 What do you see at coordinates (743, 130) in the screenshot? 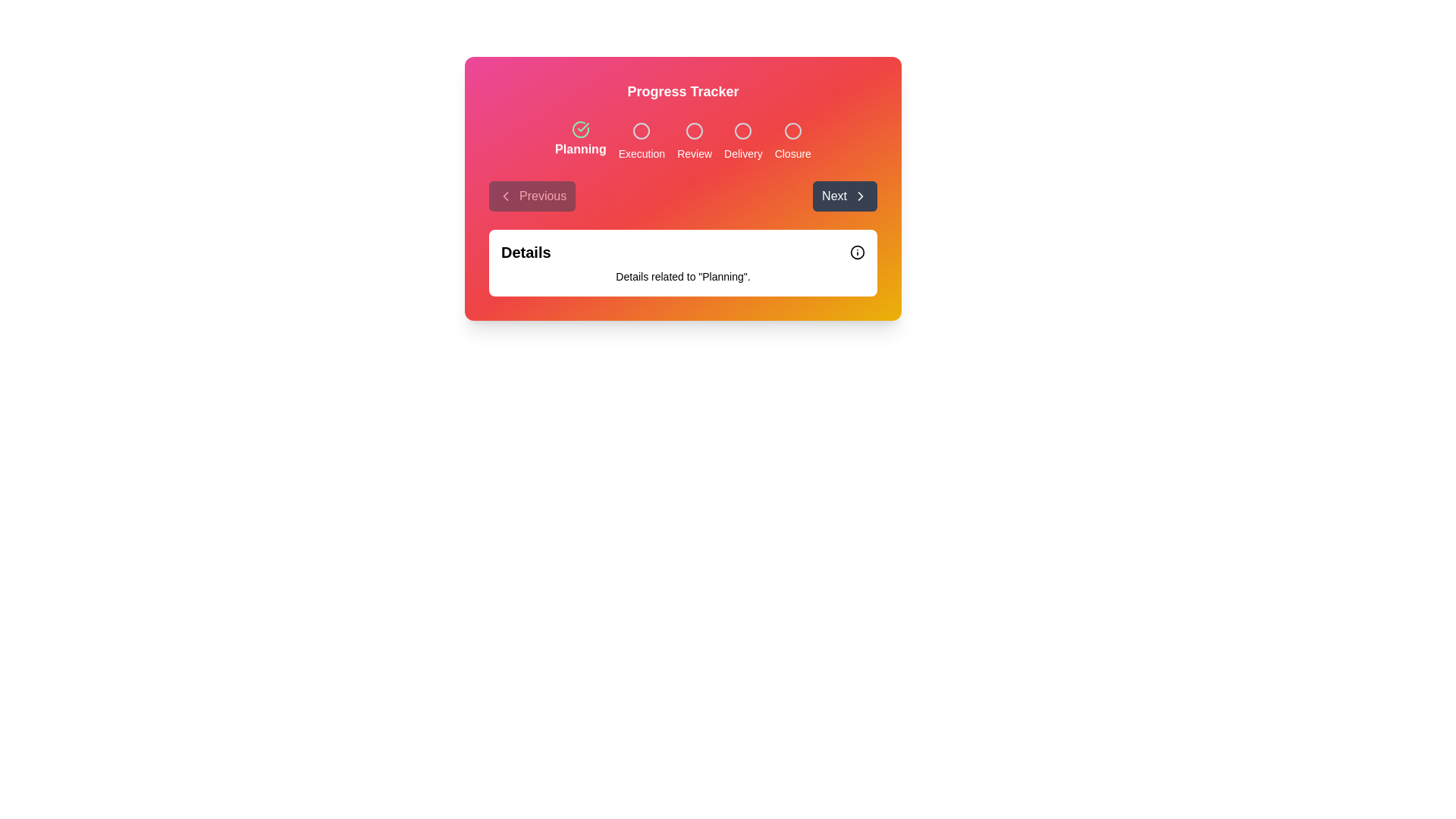
I see `the SVG Circle representing the fourth step of the progress tracker labeled 'Delivery'` at bounding box center [743, 130].